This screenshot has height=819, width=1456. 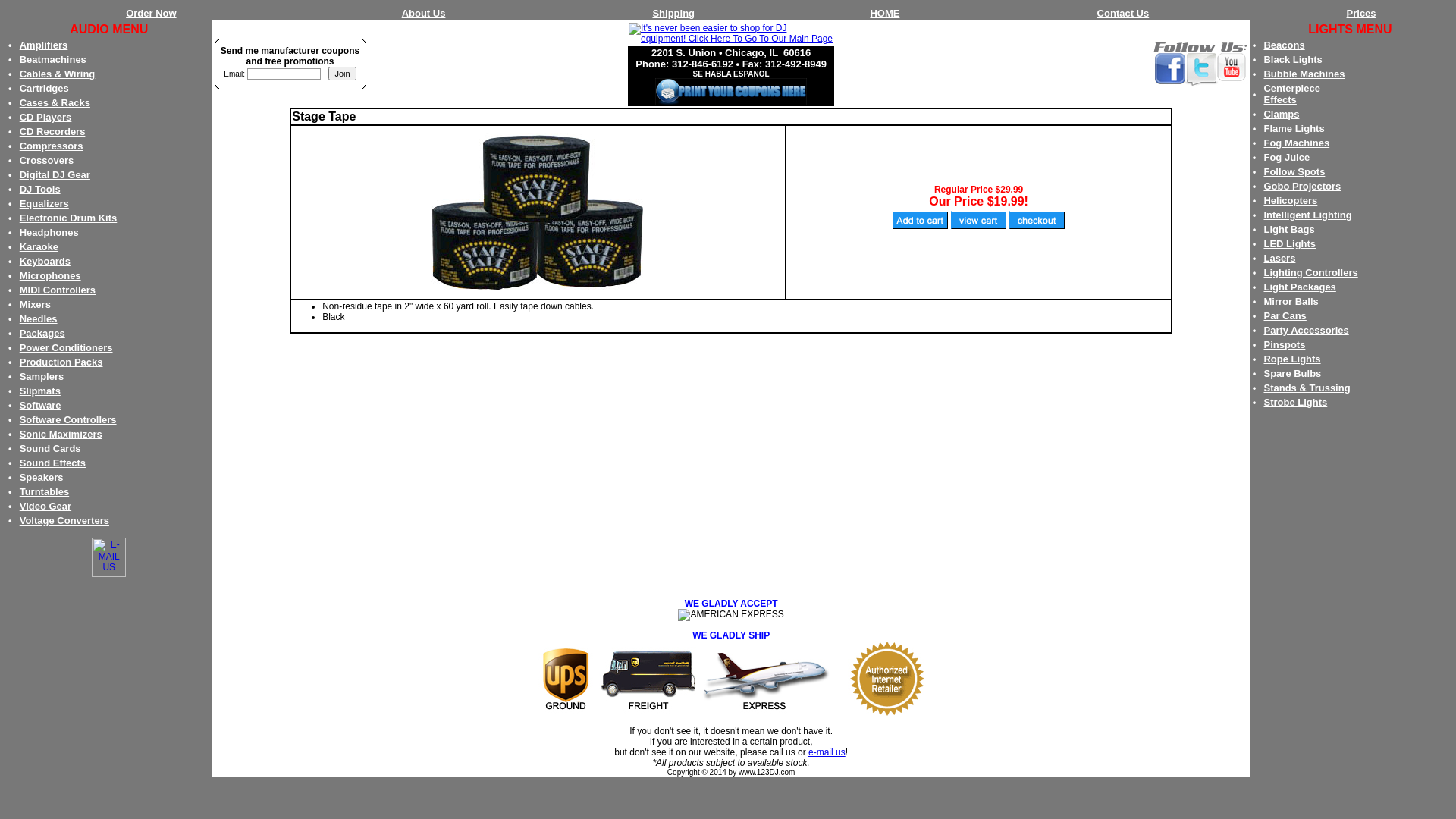 I want to click on 'Sonic Maximizers', so click(x=61, y=434).